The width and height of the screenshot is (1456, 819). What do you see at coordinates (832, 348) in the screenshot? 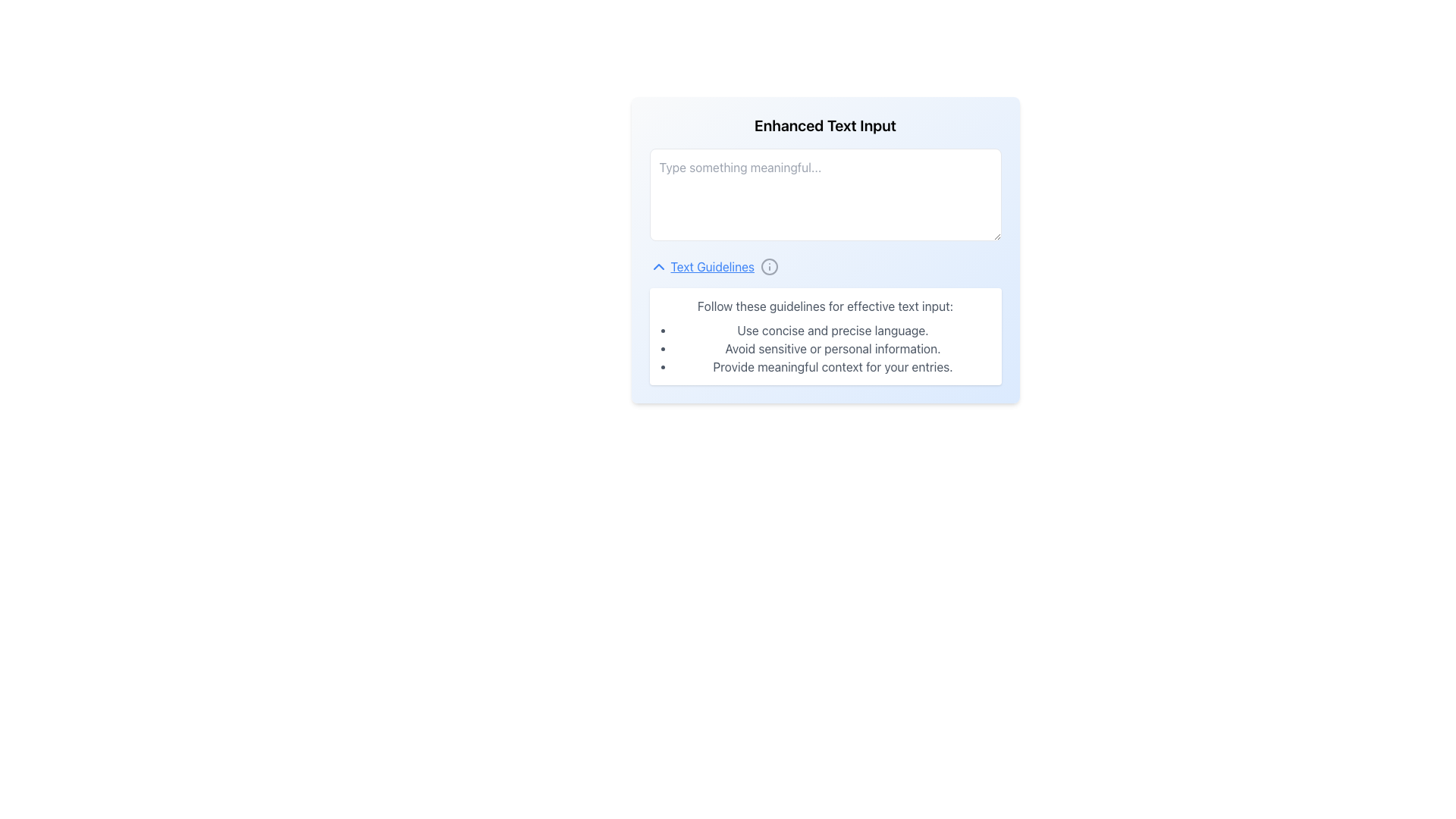
I see `the static text element reading 'Avoid sensitive or personal information.' which is styled in gray font and is the second item in a bulleted list under the heading 'Follow these guidelines for effective text input.'` at bounding box center [832, 348].